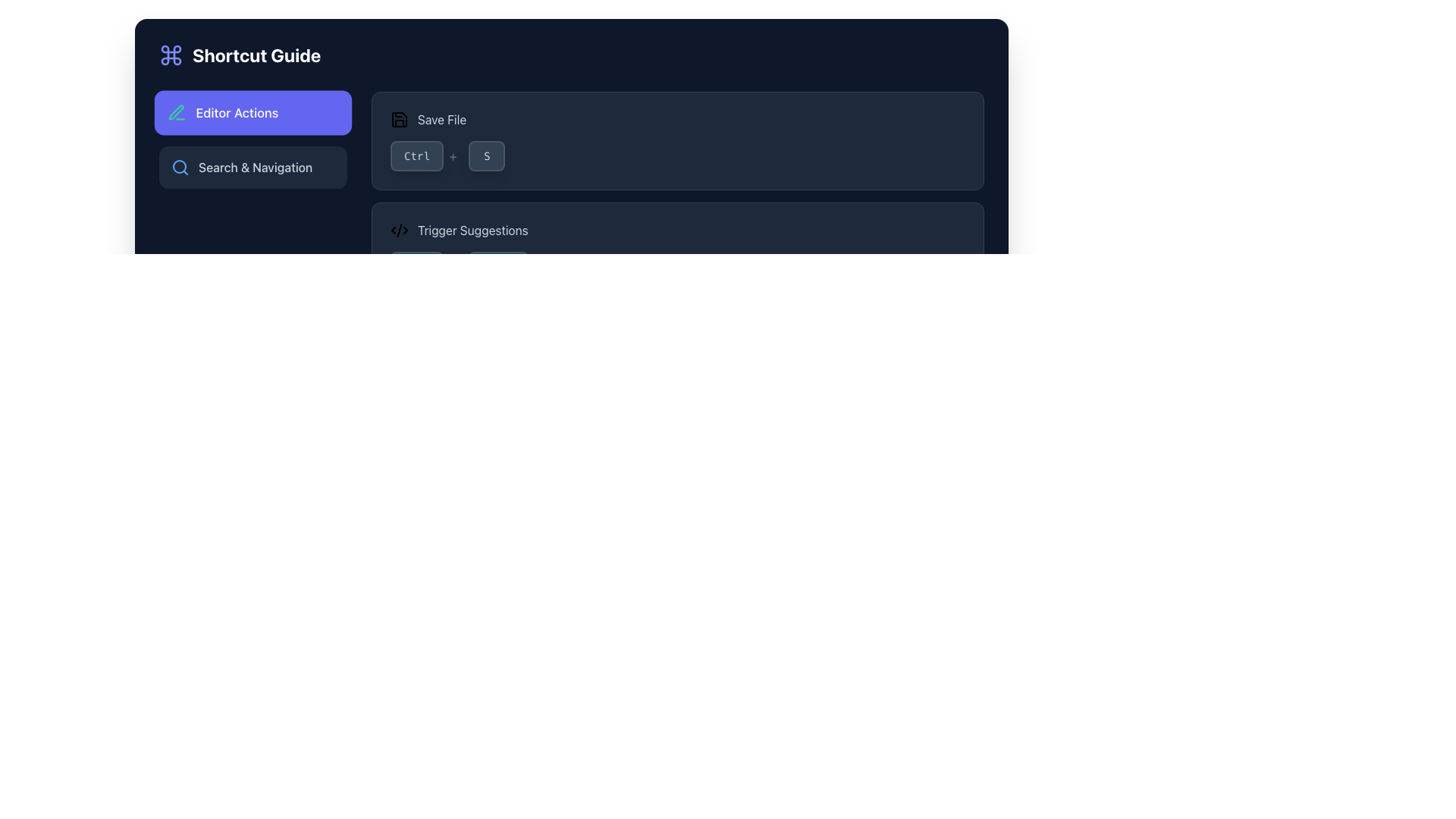  Describe the element at coordinates (171, 55) in the screenshot. I see `the 'Shortcut Guide' SVG icon located to the left of the text 'Shortcut Guide' in the top-left area of the interface` at that location.